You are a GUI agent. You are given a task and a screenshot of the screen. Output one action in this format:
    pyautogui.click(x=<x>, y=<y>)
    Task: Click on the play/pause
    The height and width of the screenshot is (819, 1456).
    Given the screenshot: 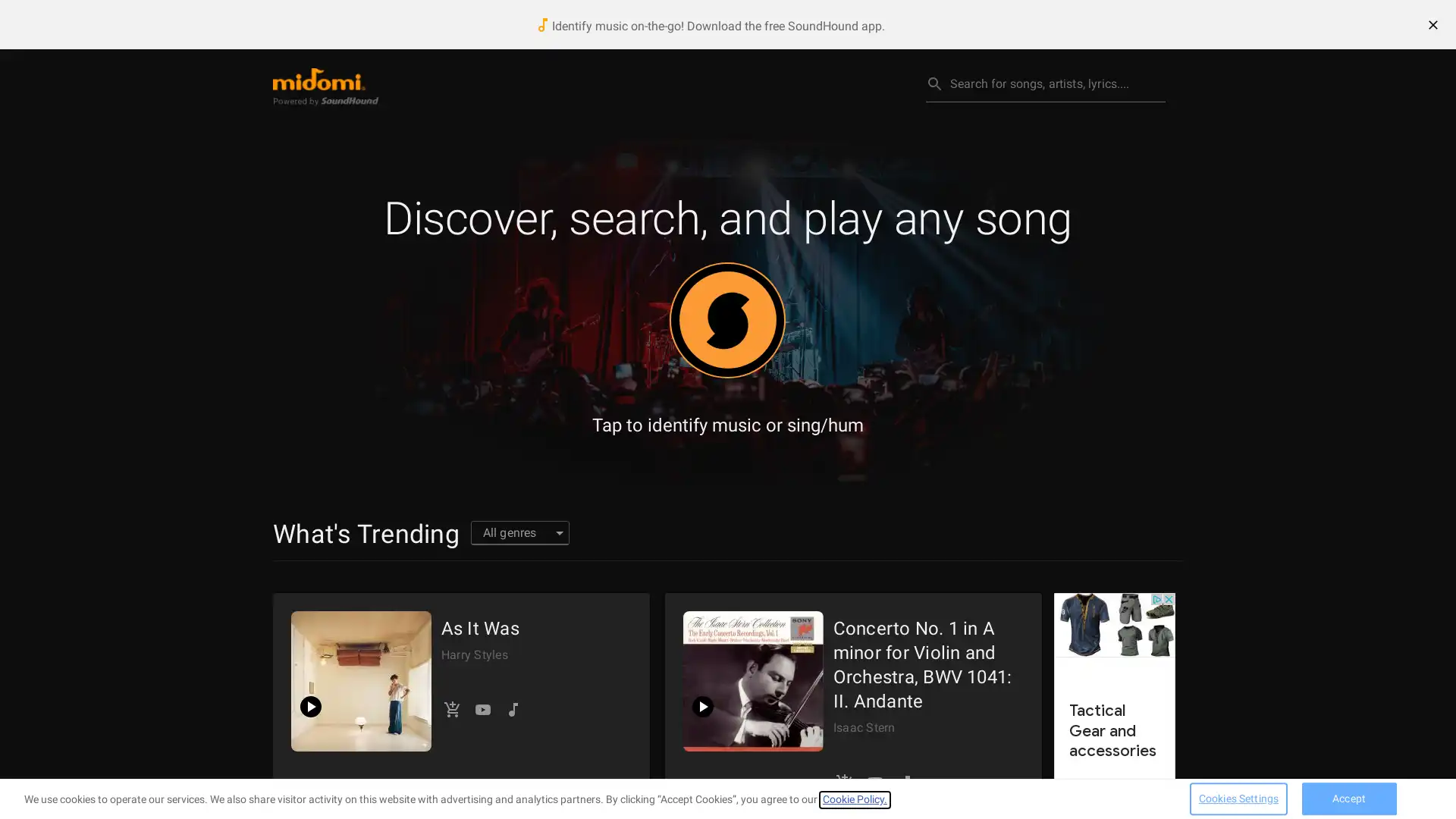 What is the action you would take?
    pyautogui.click(x=309, y=707)
    